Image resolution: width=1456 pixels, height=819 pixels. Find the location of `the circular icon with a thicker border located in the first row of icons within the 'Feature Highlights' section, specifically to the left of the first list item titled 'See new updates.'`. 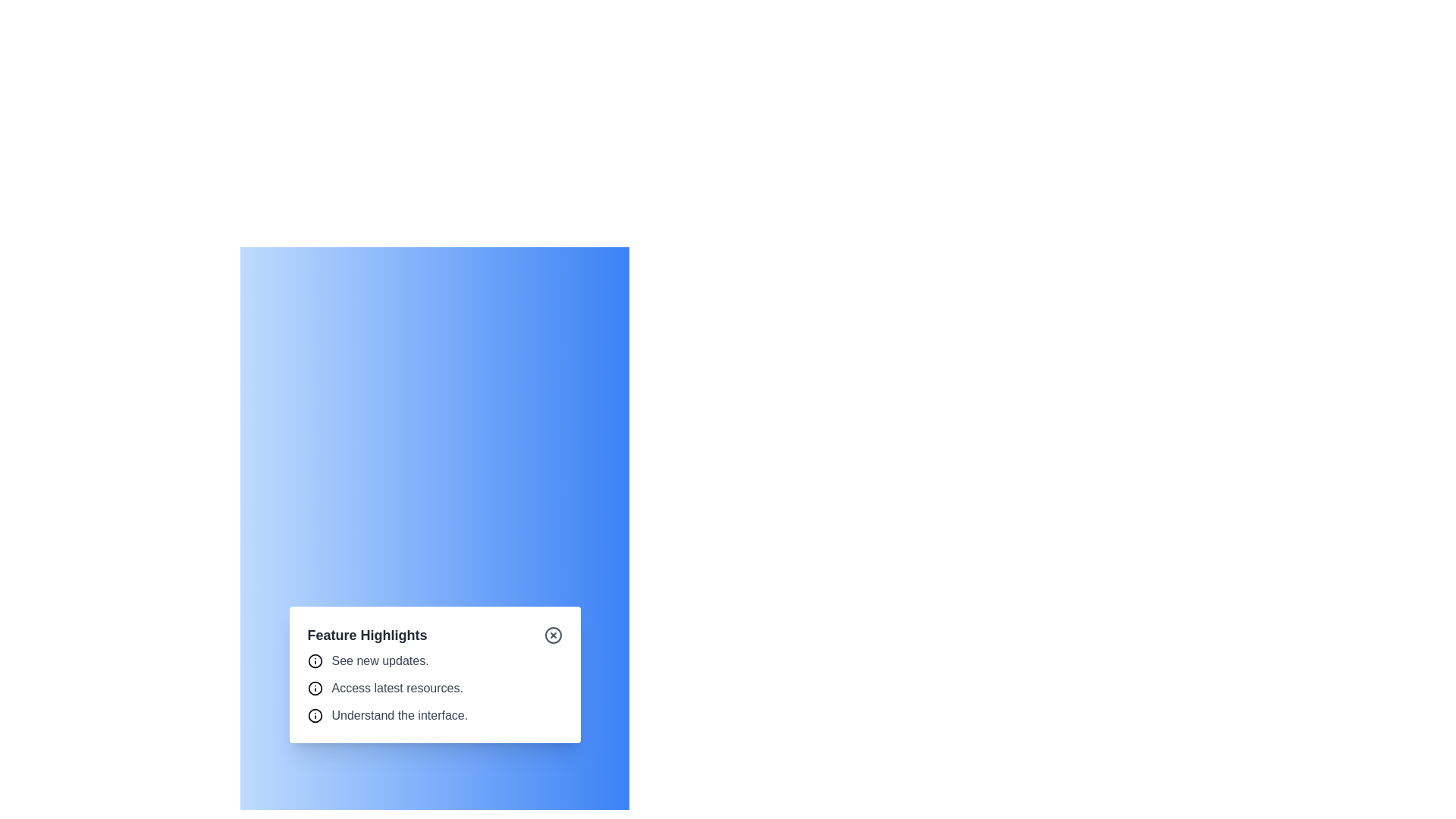

the circular icon with a thicker border located in the first row of icons within the 'Feature Highlights' section, specifically to the left of the first list item titled 'See new updates.' is located at coordinates (314, 660).